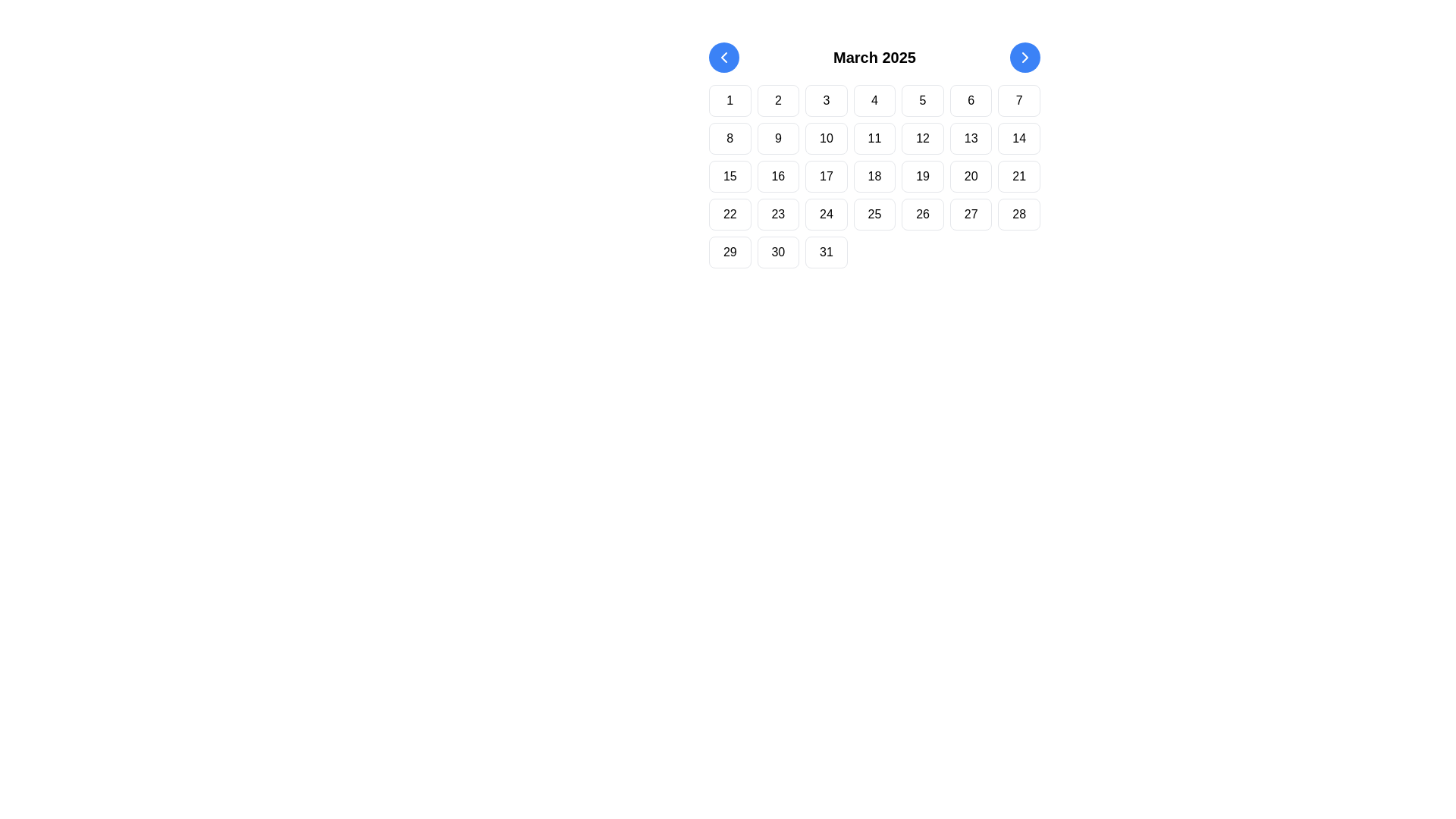  Describe the element at coordinates (1025, 57) in the screenshot. I see `the rightward-pointing chevron icon located at the far right of the header bar next to the month title` at that location.